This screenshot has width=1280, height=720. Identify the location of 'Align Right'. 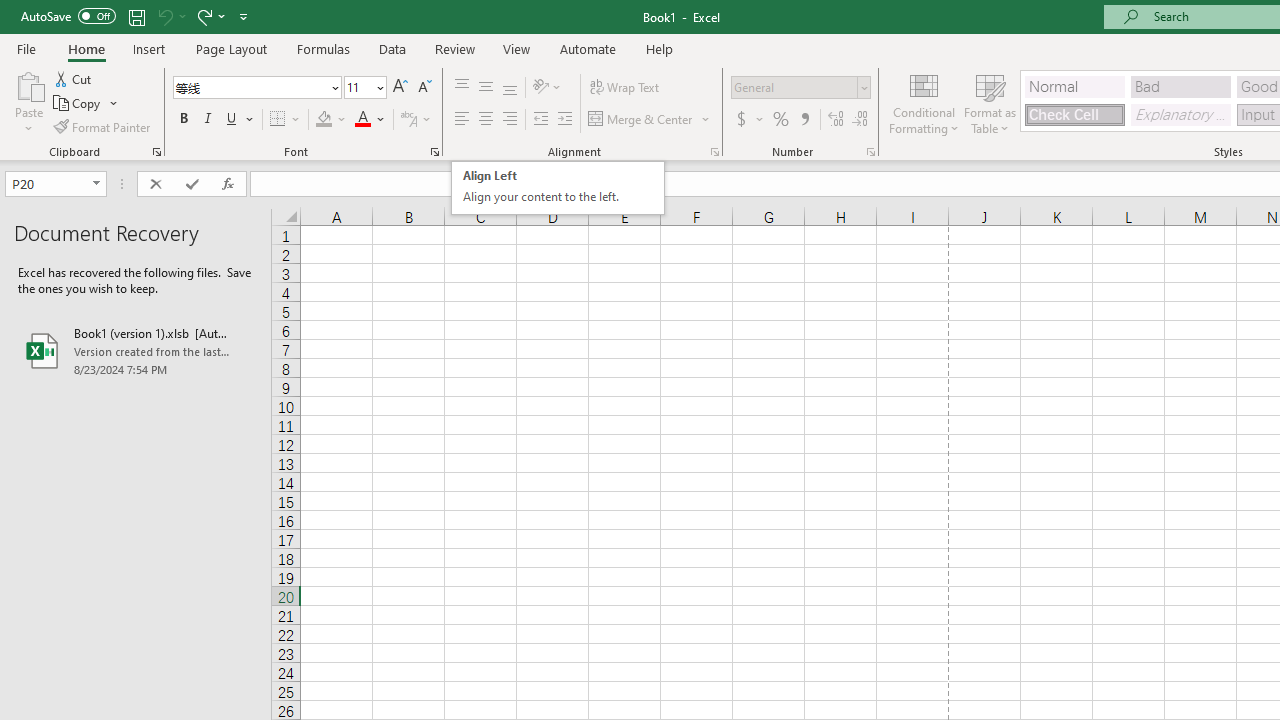
(510, 119).